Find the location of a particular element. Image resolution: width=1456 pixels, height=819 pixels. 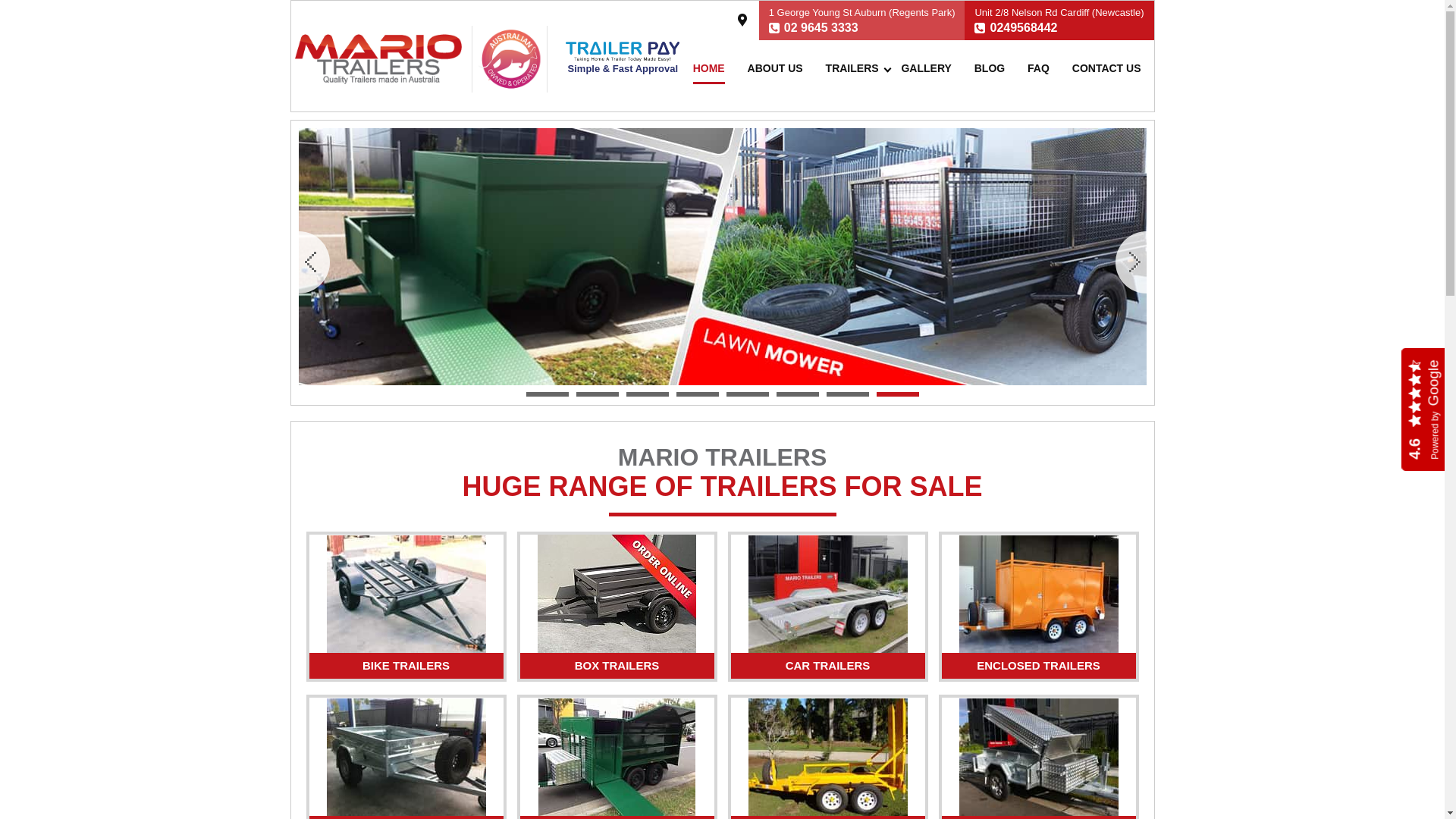

'TRAILERS' is located at coordinates (852, 67).